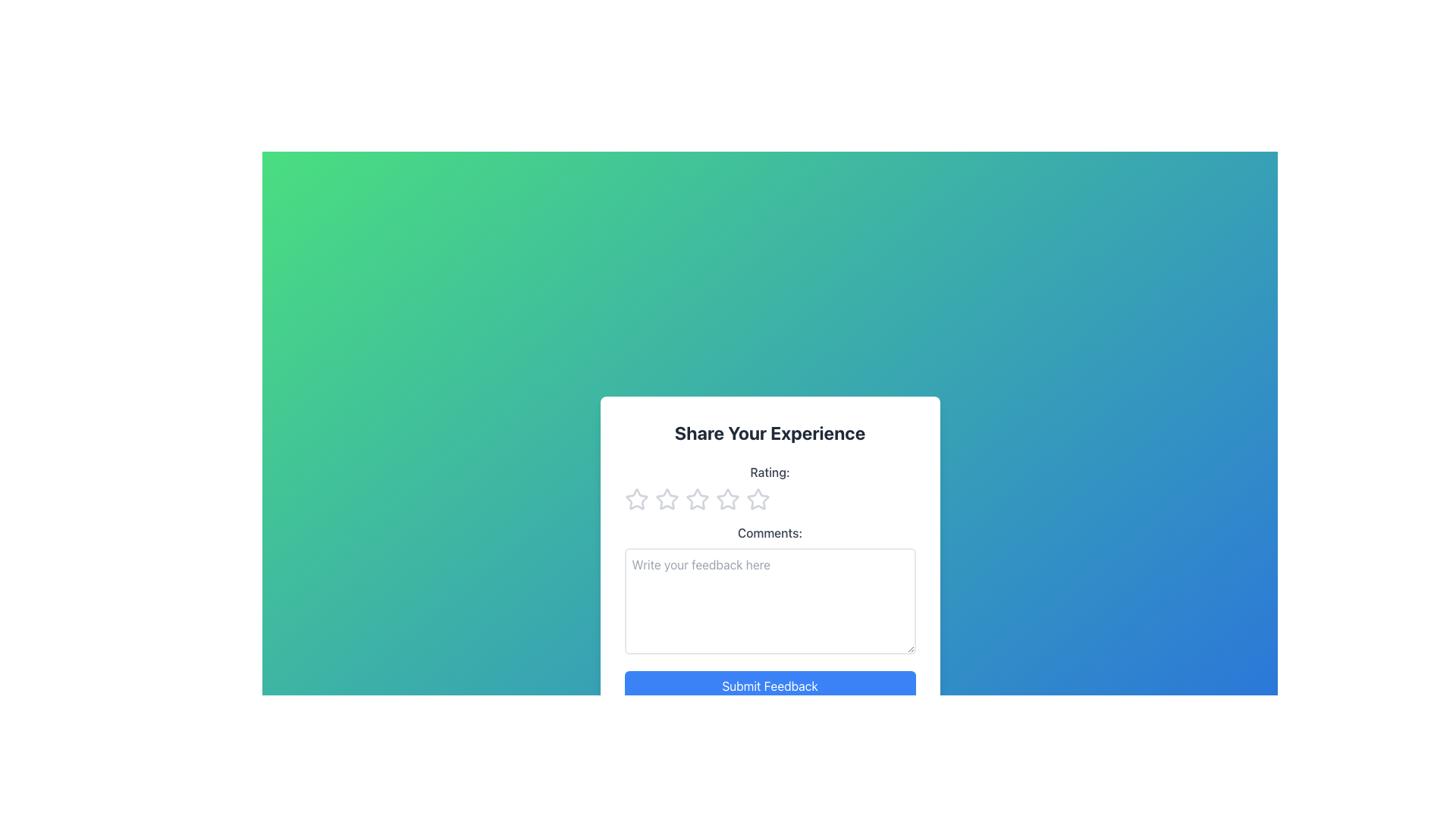  Describe the element at coordinates (770, 500) in the screenshot. I see `the interactive star-based rating control located below the 'Rating:' title to set a rating` at that location.